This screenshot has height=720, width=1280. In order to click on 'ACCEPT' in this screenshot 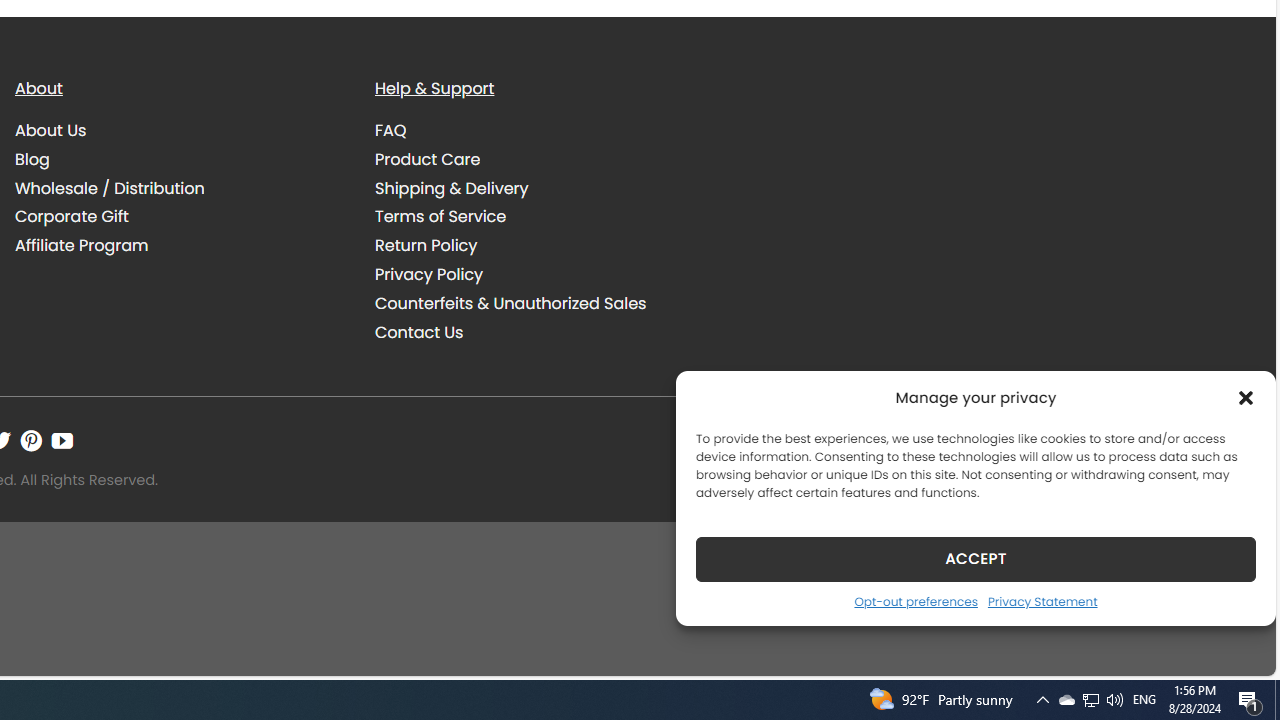, I will do `click(976, 558)`.